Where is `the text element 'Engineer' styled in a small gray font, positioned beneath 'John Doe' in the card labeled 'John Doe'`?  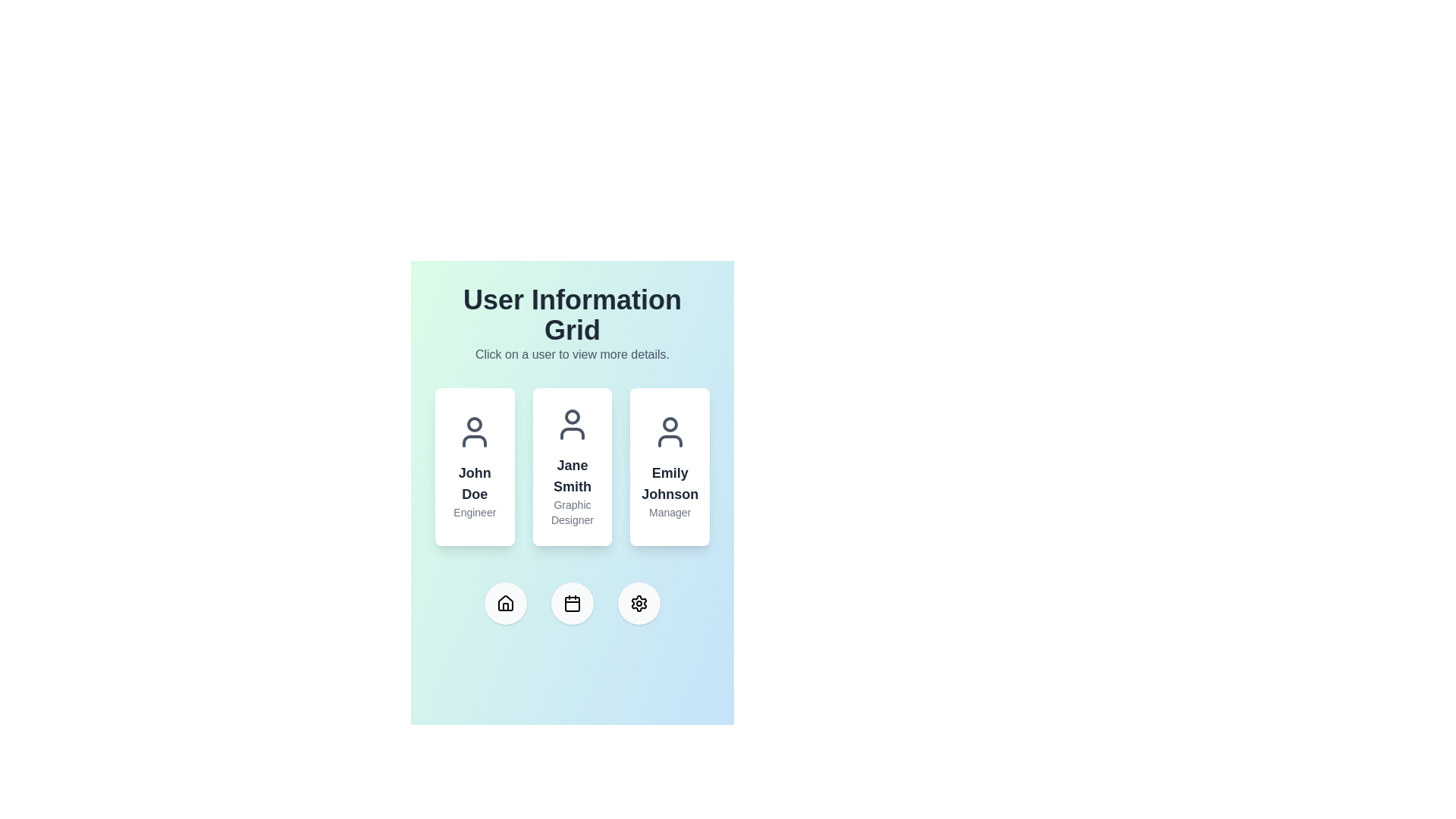 the text element 'Engineer' styled in a small gray font, positioned beneath 'John Doe' in the card labeled 'John Doe' is located at coordinates (474, 512).